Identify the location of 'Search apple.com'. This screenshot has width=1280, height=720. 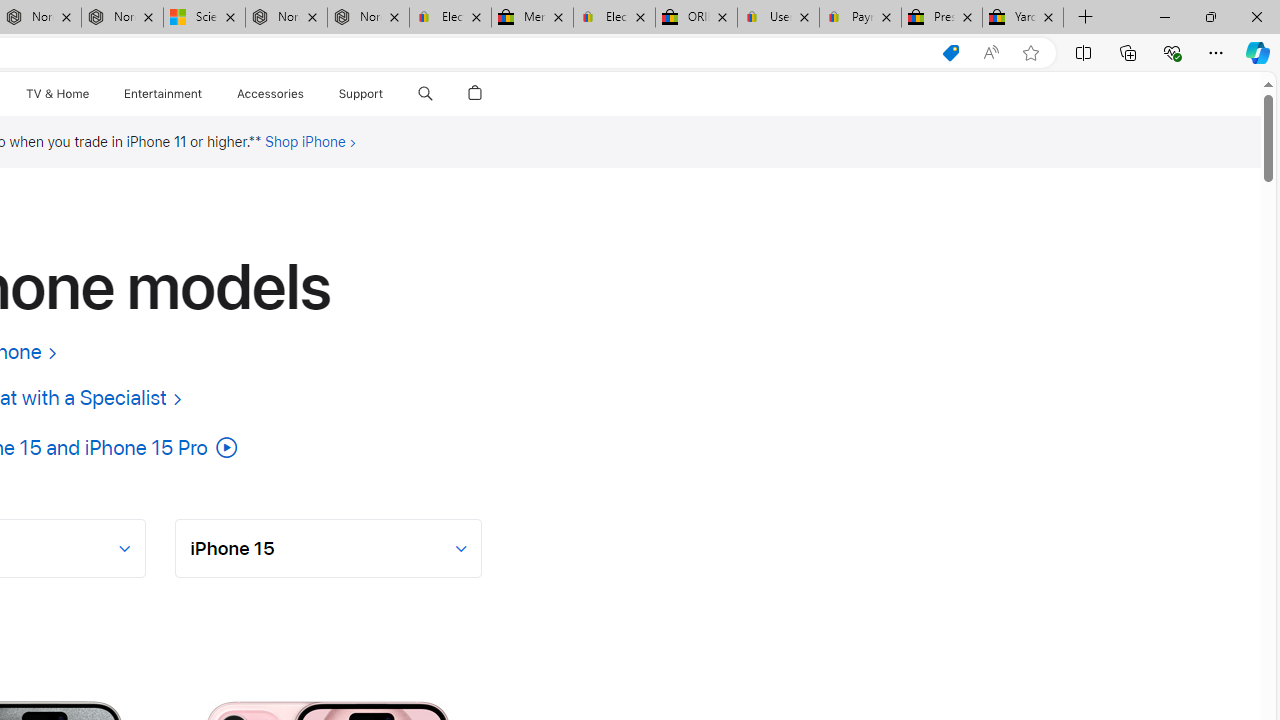
(424, 93).